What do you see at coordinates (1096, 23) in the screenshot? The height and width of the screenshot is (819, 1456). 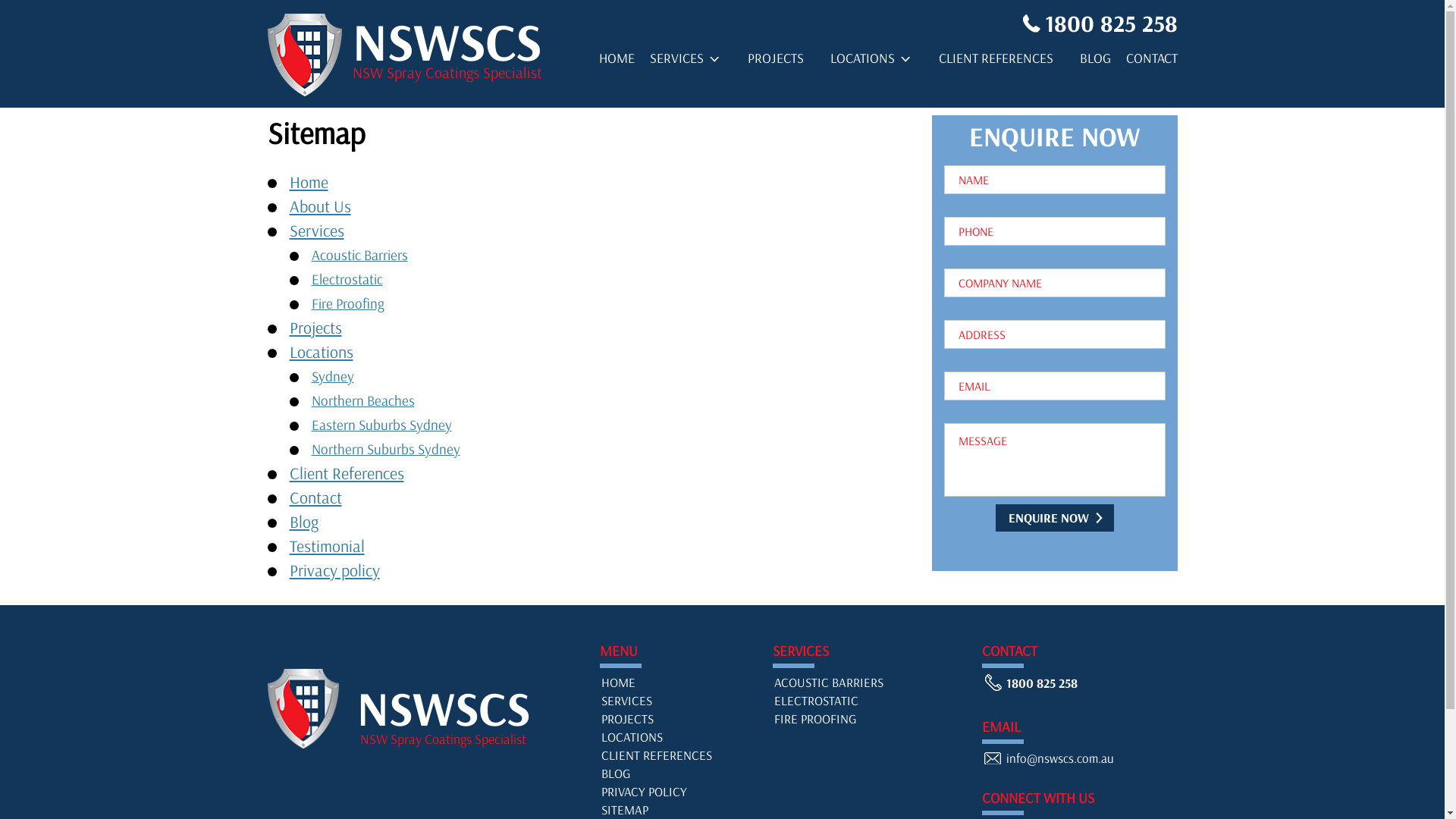 I see `'1800 825 258'` at bounding box center [1096, 23].